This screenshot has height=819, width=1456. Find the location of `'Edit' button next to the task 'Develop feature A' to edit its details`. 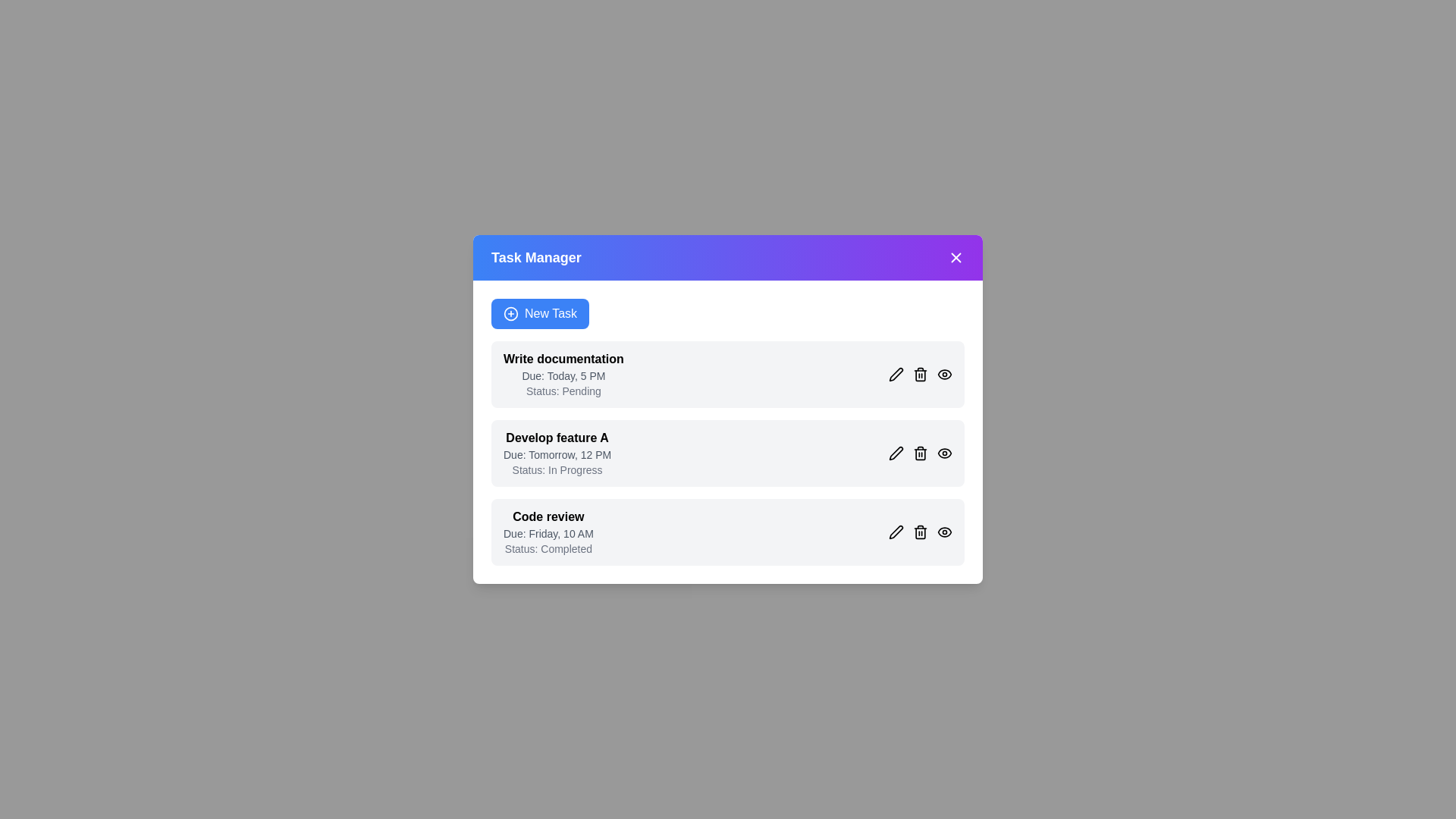

'Edit' button next to the task 'Develop feature A' to edit its details is located at coordinates (896, 452).